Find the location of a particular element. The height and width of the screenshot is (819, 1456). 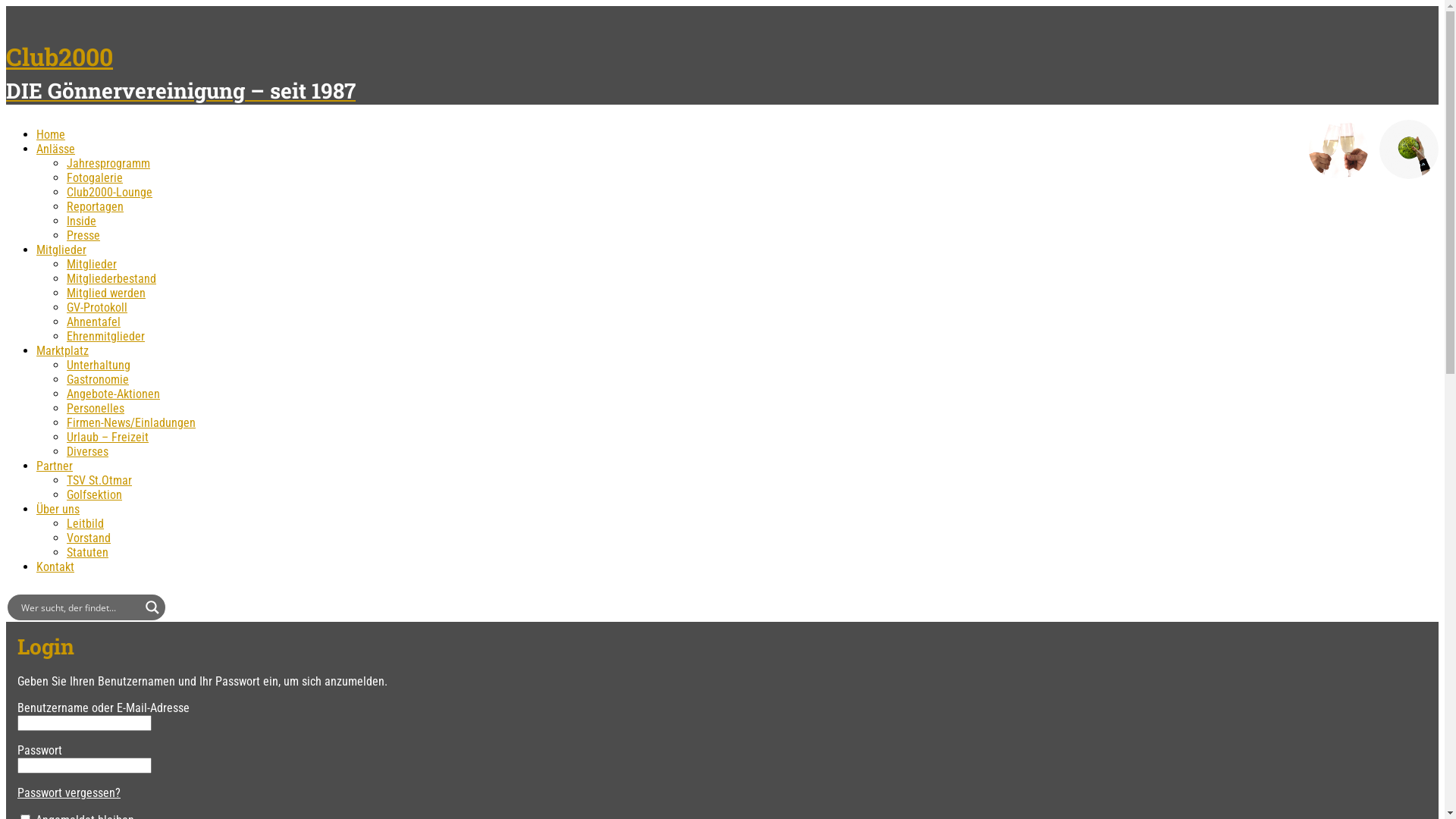

'Diverses' is located at coordinates (86, 450).